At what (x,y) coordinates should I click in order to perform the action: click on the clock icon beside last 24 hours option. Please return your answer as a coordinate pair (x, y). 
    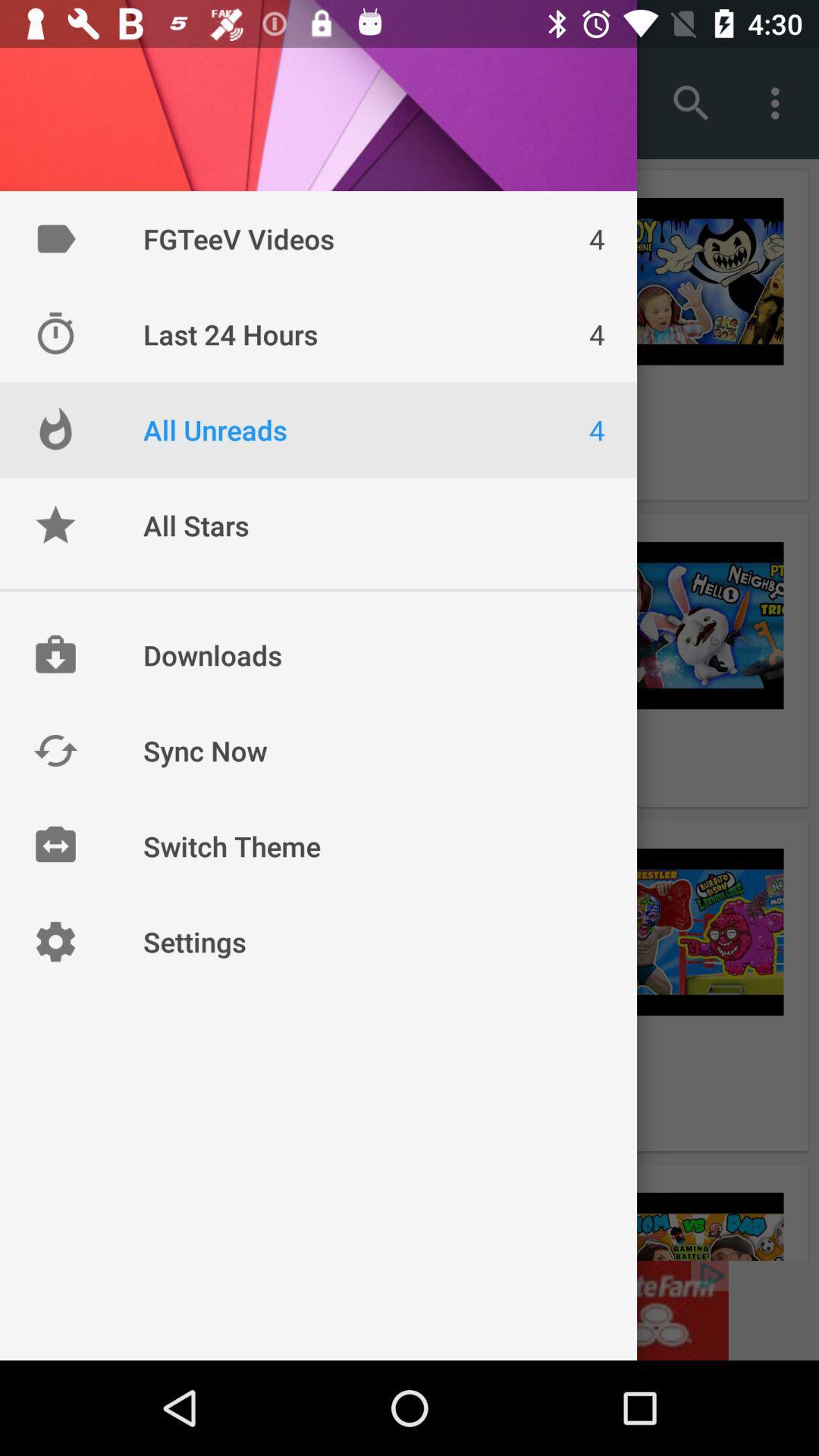
    Looking at the image, I should click on (55, 334).